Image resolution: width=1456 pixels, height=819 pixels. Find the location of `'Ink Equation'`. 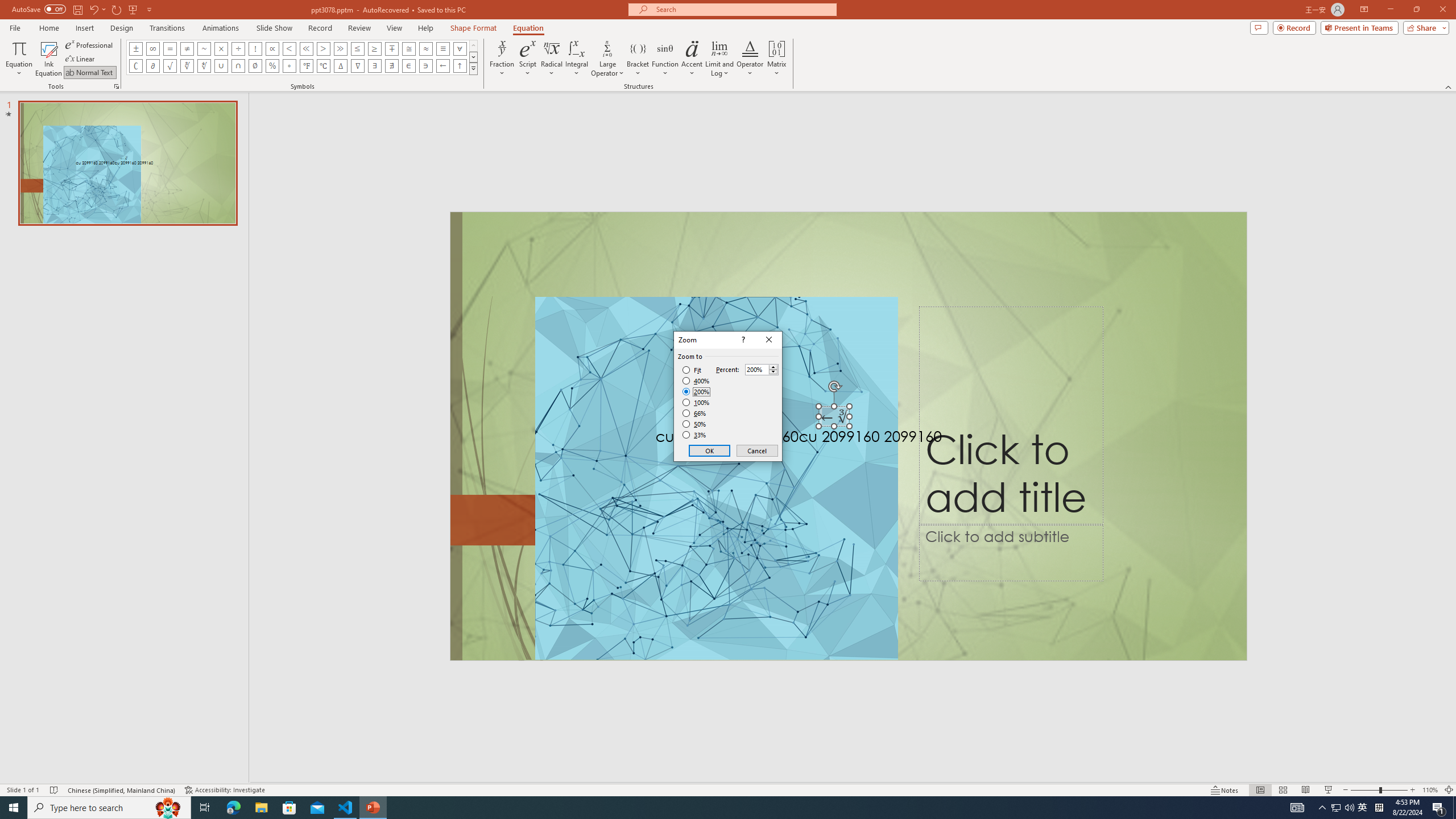

'Ink Equation' is located at coordinates (48, 59).